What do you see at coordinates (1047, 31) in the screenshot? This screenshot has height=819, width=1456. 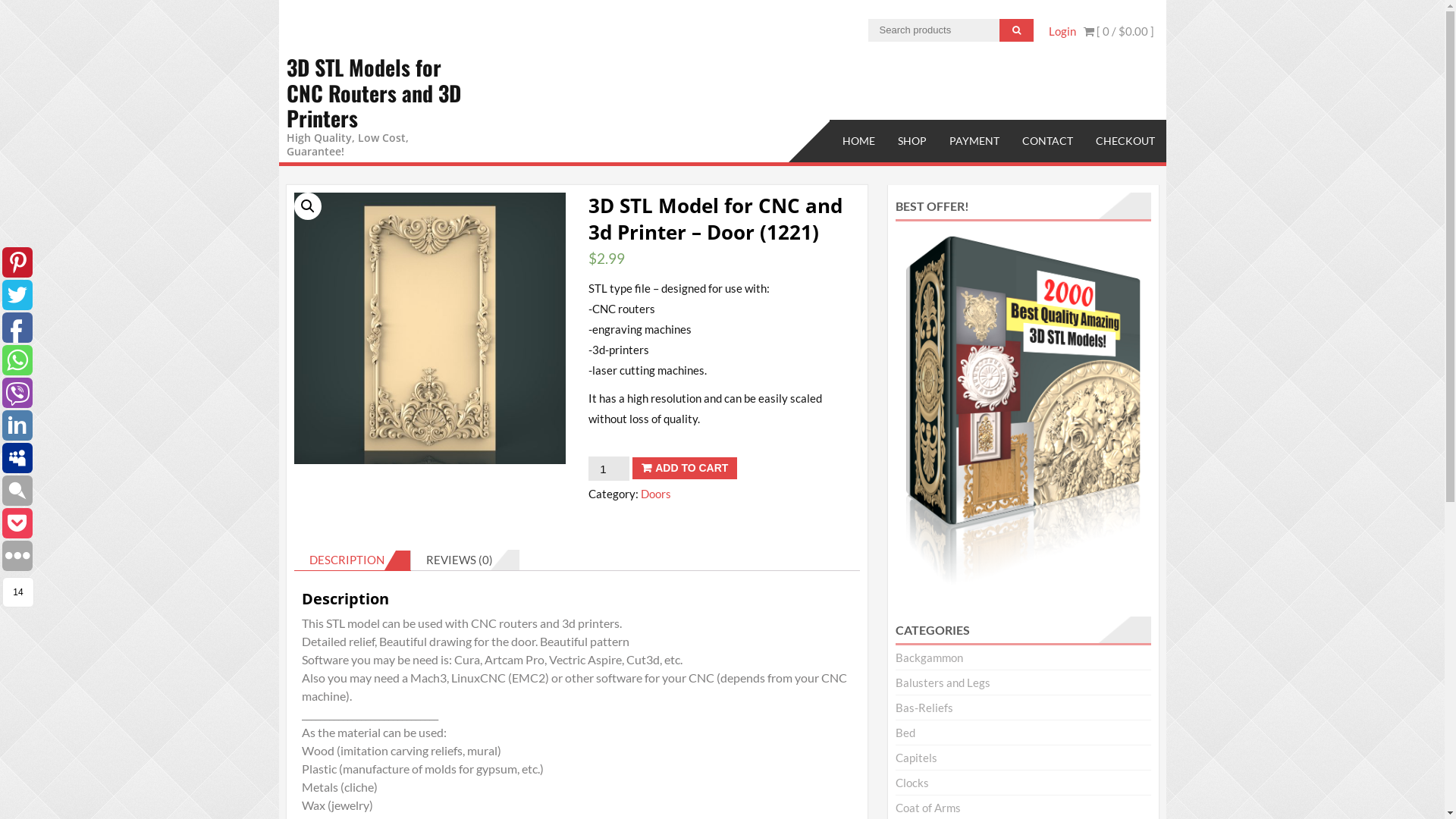 I see `'Login'` at bounding box center [1047, 31].